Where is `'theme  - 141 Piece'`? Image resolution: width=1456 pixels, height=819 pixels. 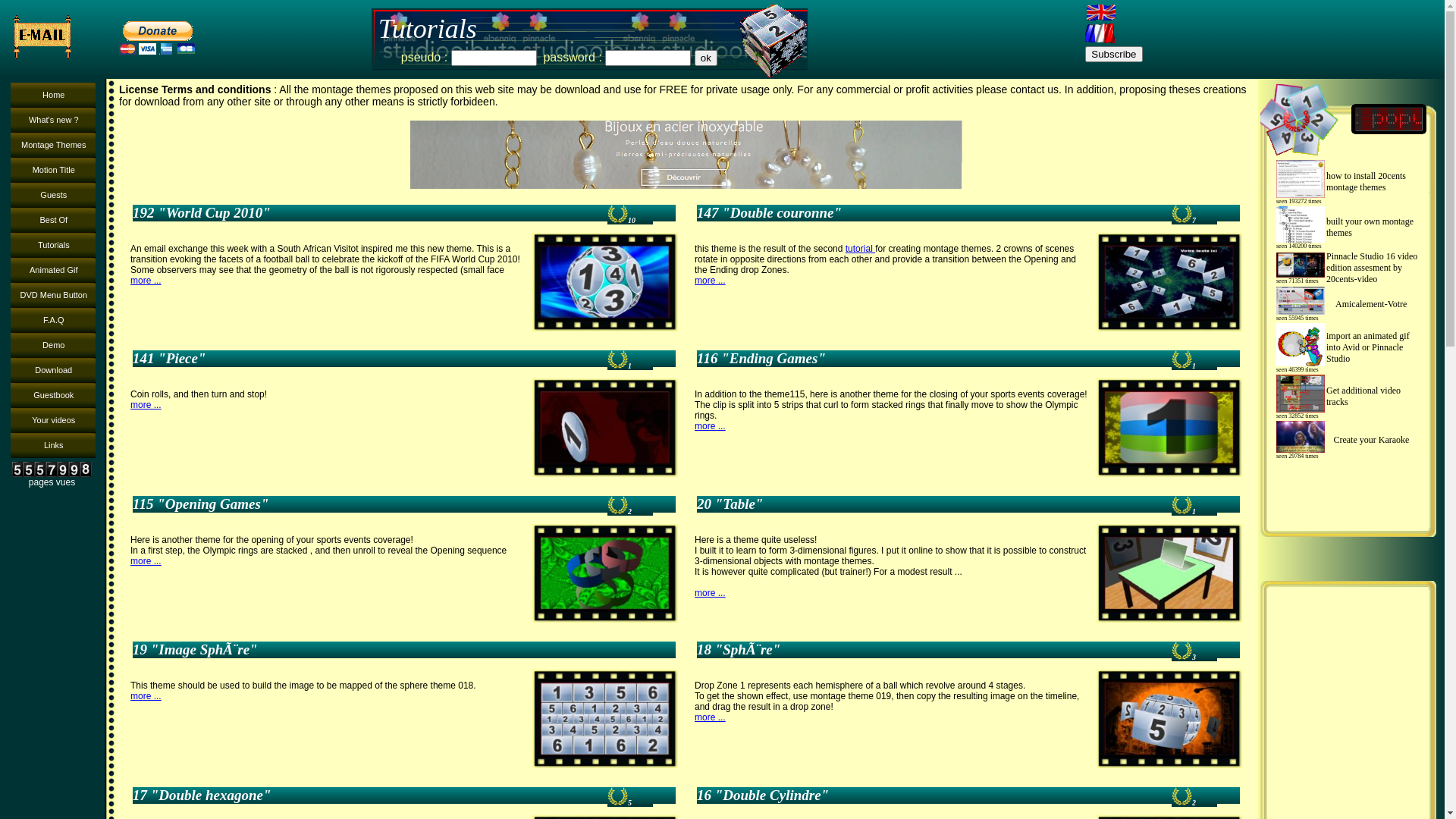
'theme  - 141 Piece' is located at coordinates (604, 427).